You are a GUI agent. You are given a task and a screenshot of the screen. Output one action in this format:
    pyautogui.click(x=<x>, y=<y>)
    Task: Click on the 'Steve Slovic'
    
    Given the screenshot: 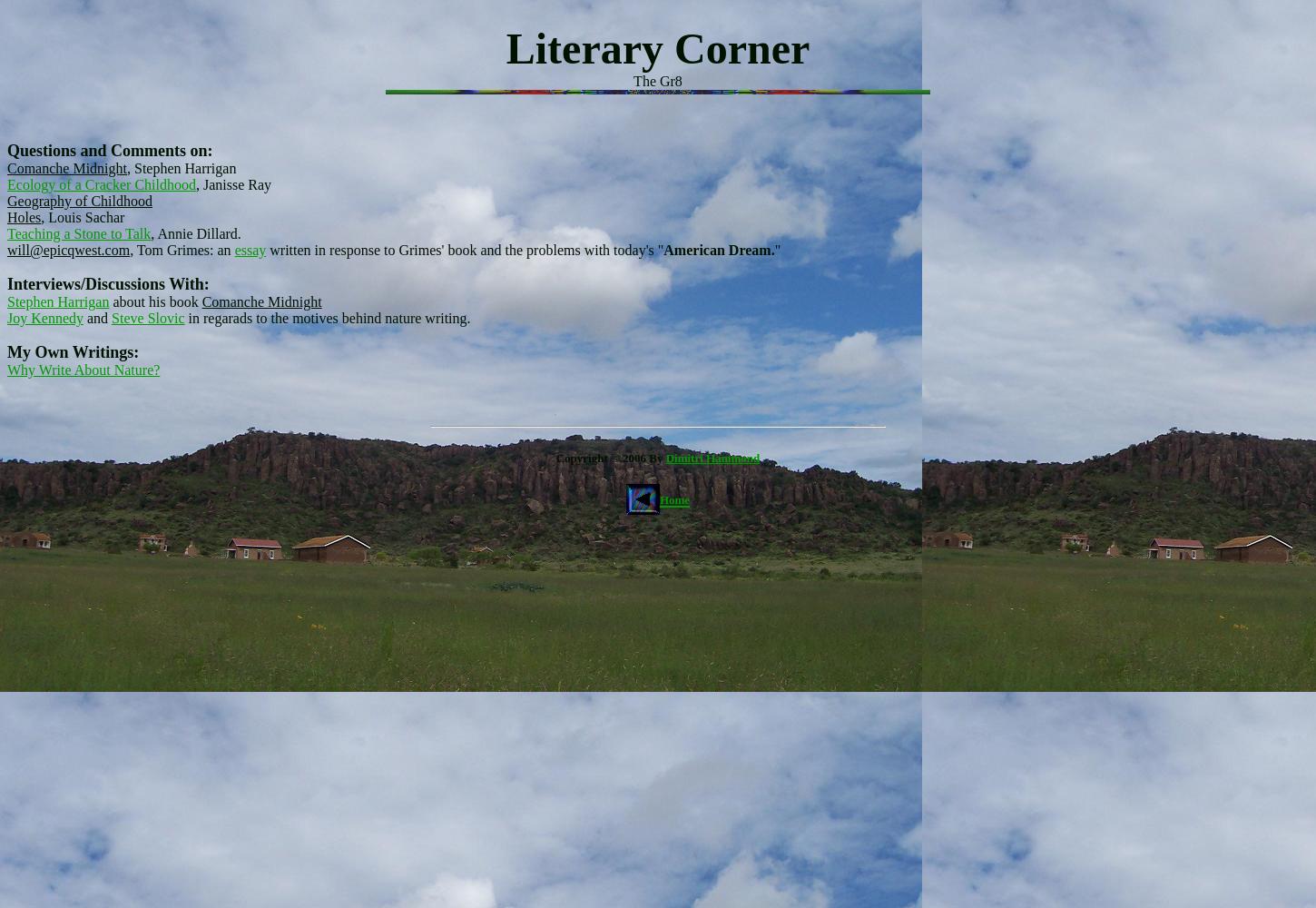 What is the action you would take?
    pyautogui.click(x=146, y=317)
    